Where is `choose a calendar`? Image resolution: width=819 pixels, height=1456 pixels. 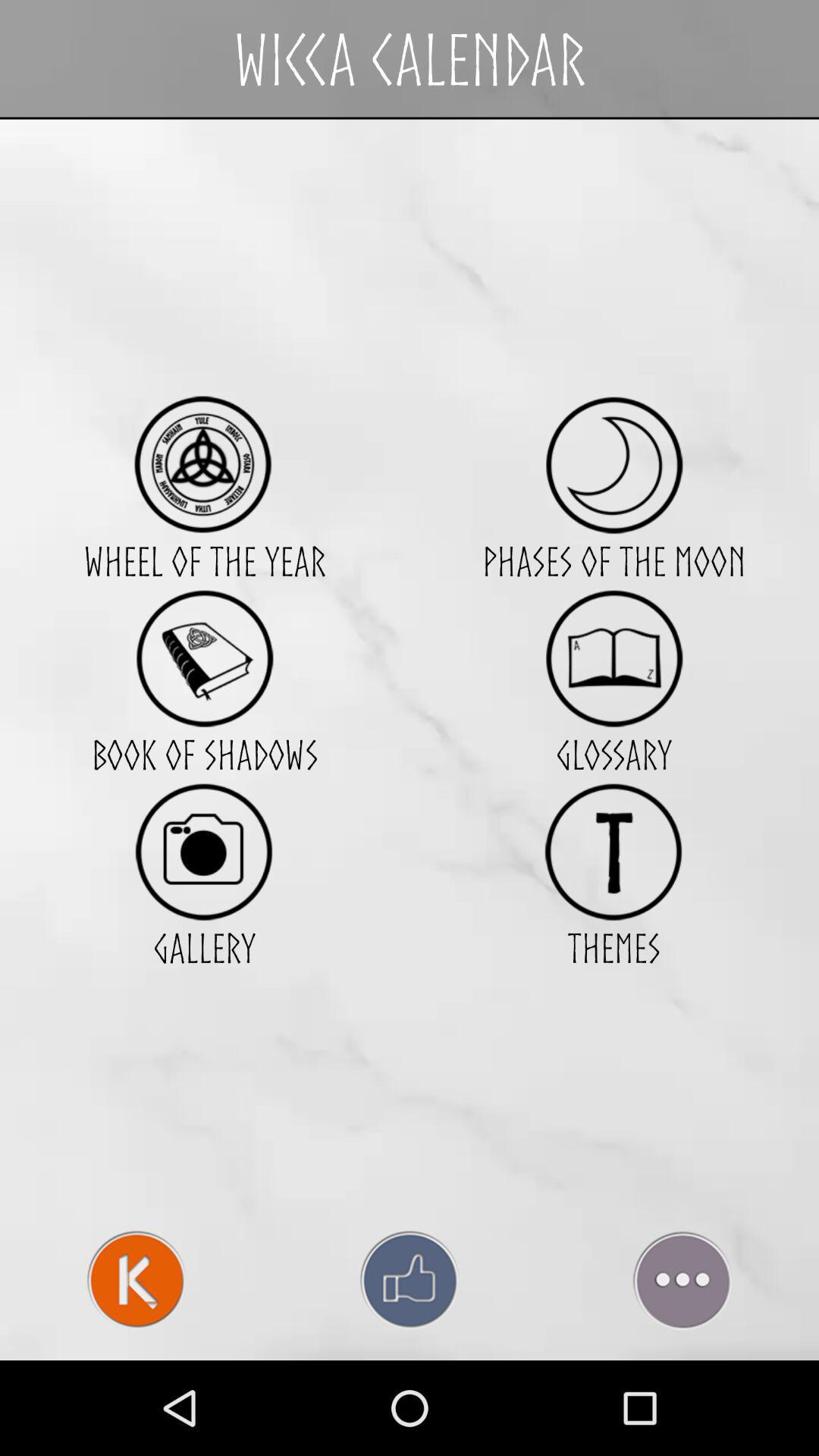 choose a calendar is located at coordinates (203, 464).